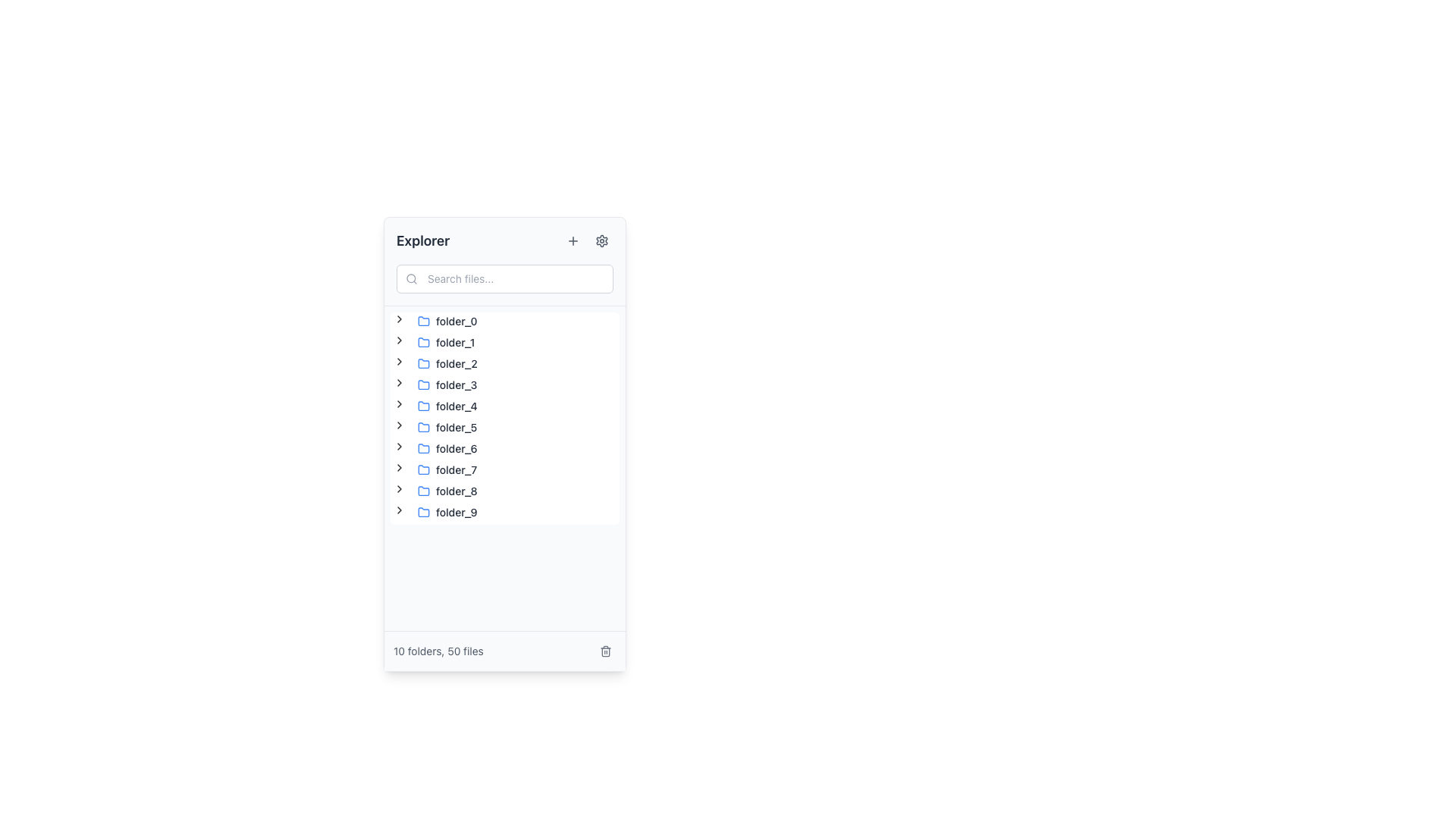 This screenshot has height=819, width=1456. Describe the element at coordinates (423, 383) in the screenshot. I see `the folder icon labeled 'folder_3'` at that location.